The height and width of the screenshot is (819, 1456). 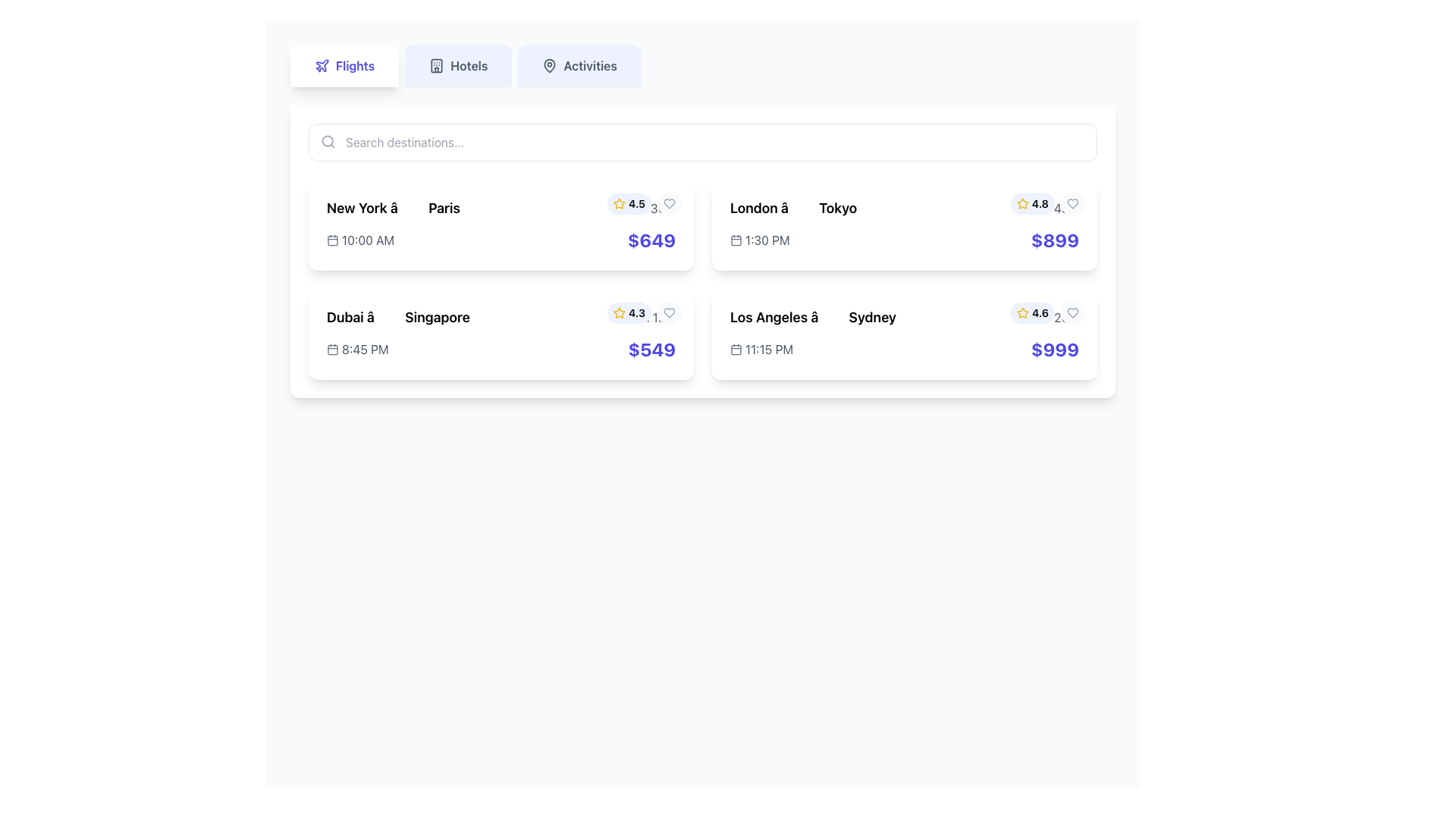 What do you see at coordinates (359, 239) in the screenshot?
I see `the Label with icon that indicates the departure time for a flight, located beneath the 'New York â Paris' title and to the left of the '$649' price indicator` at bounding box center [359, 239].